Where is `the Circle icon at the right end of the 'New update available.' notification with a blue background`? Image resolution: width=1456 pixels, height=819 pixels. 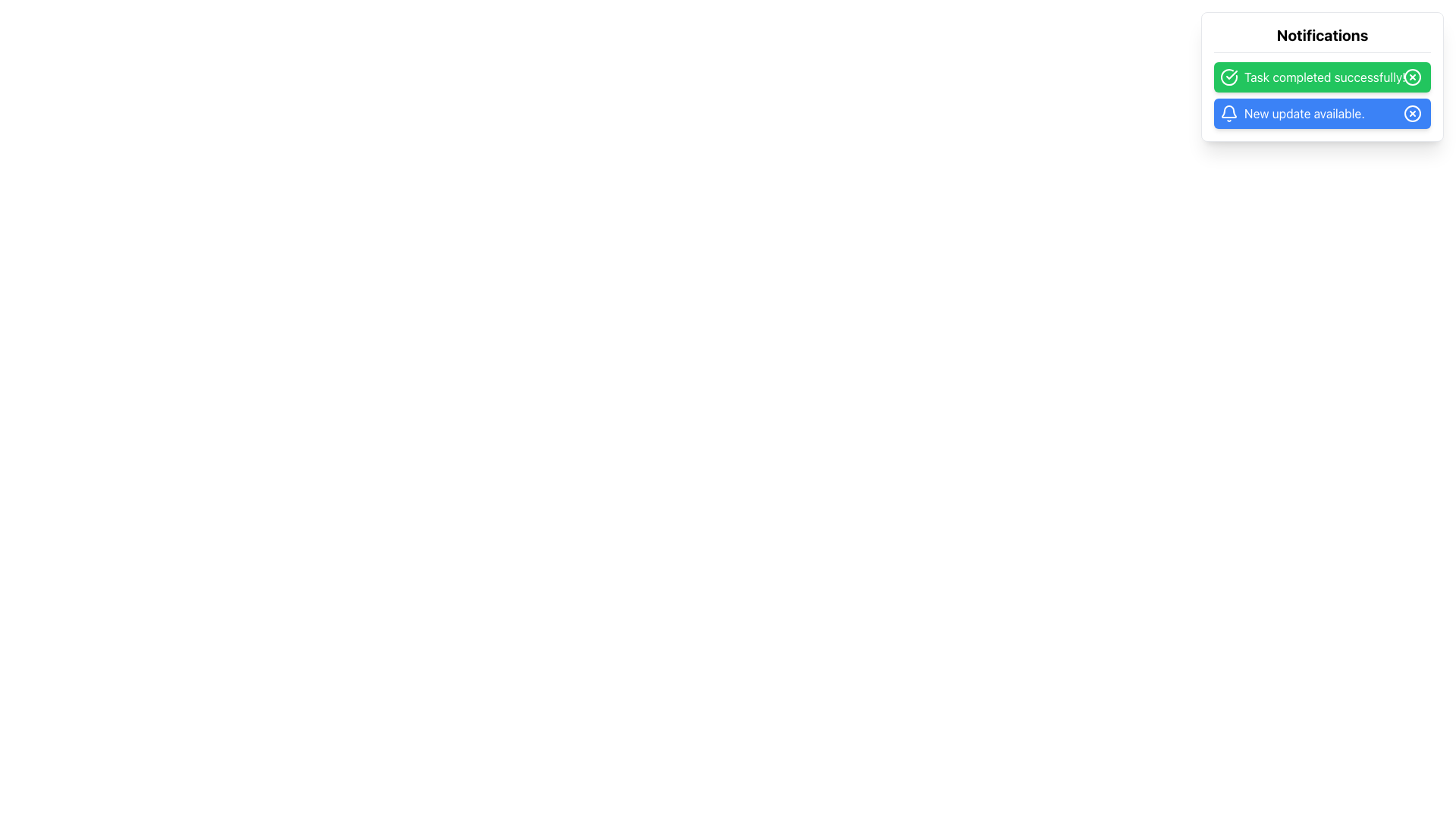 the Circle icon at the right end of the 'New update available.' notification with a blue background is located at coordinates (1411, 113).